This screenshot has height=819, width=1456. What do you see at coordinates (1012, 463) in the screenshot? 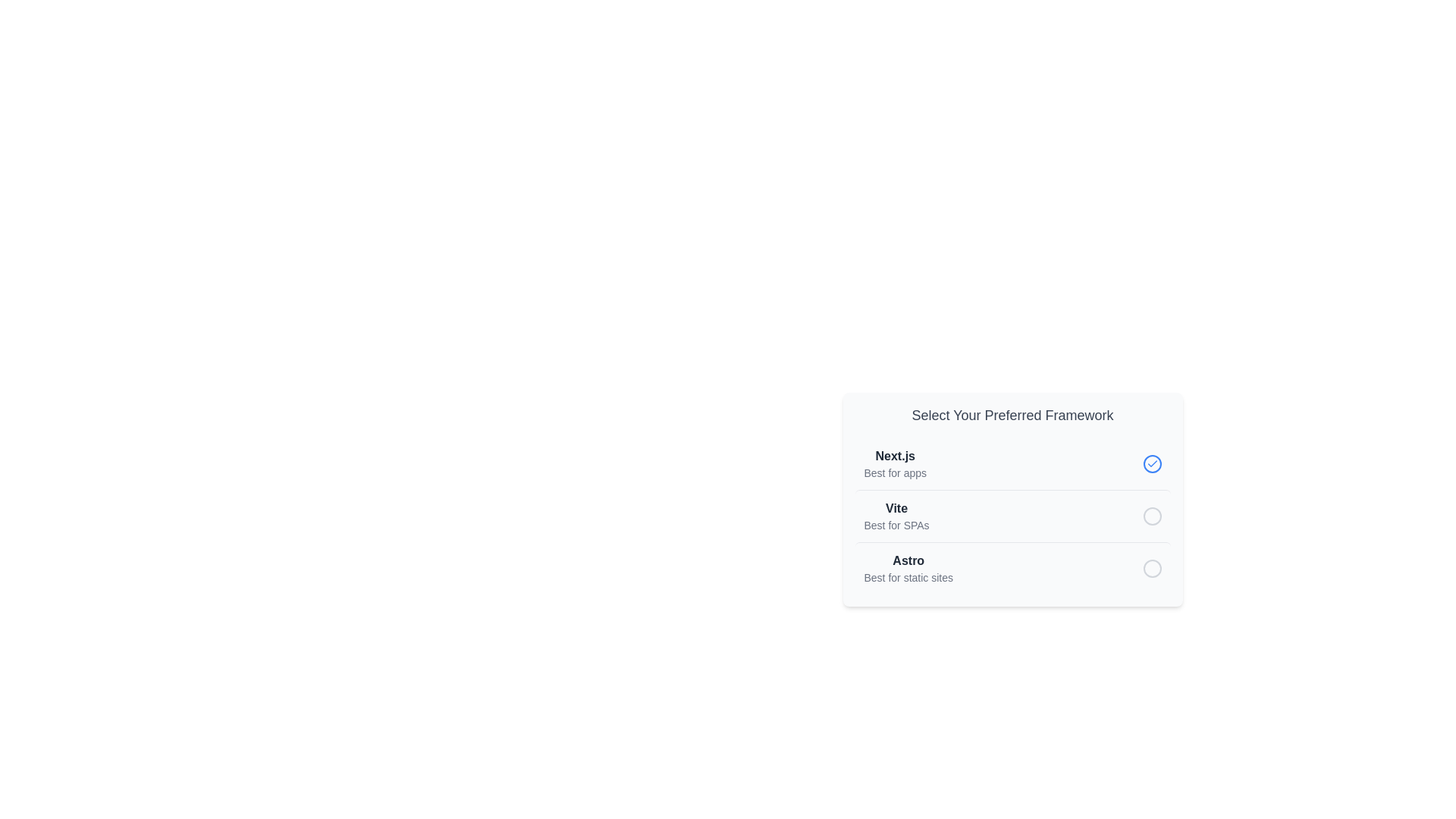
I see `the first selectable list item for choosing 'Next.js'` at bounding box center [1012, 463].